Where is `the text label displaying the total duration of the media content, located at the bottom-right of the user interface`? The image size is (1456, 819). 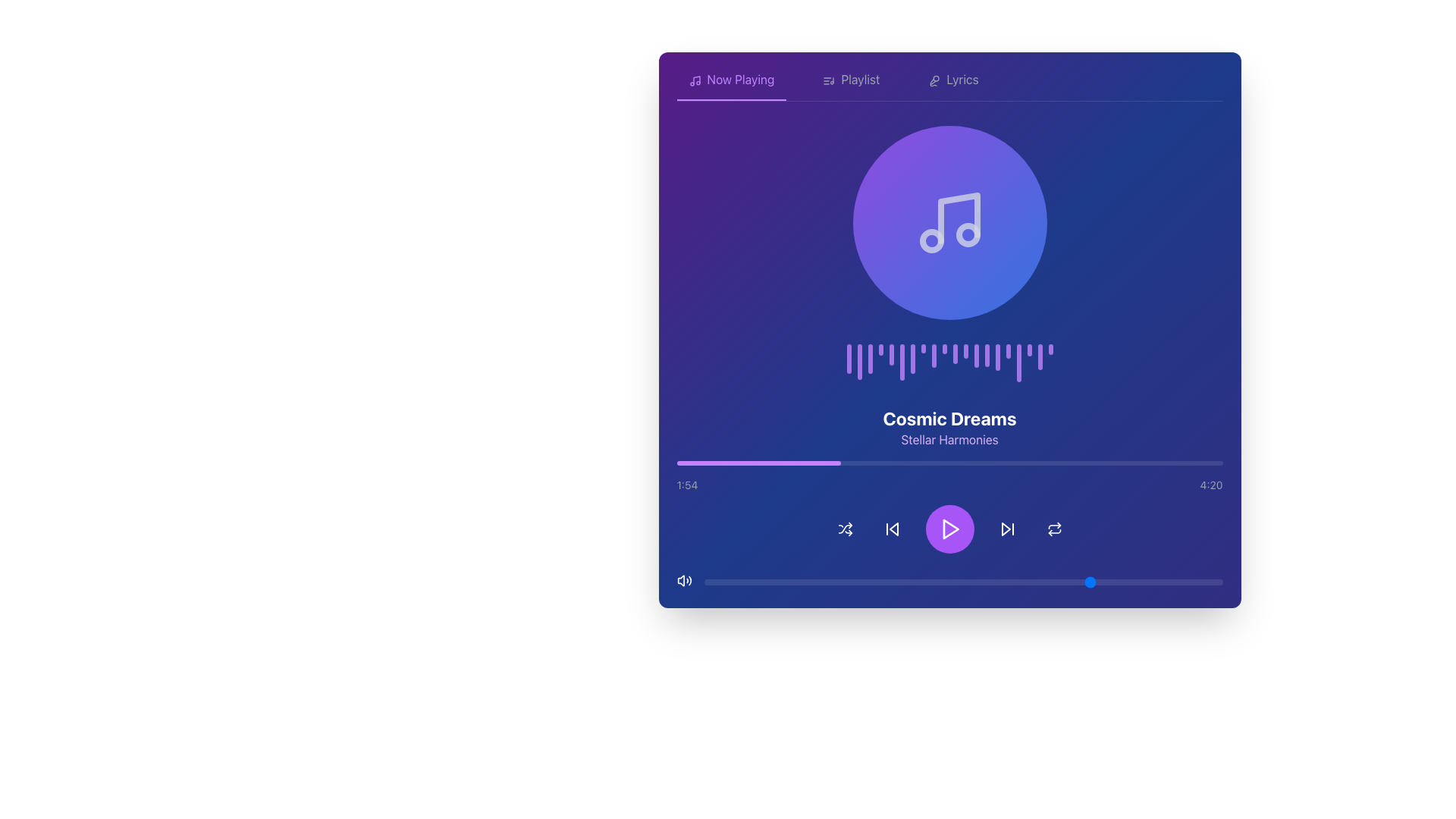
the text label displaying the total duration of the media content, located at the bottom-right of the user interface is located at coordinates (1210, 485).